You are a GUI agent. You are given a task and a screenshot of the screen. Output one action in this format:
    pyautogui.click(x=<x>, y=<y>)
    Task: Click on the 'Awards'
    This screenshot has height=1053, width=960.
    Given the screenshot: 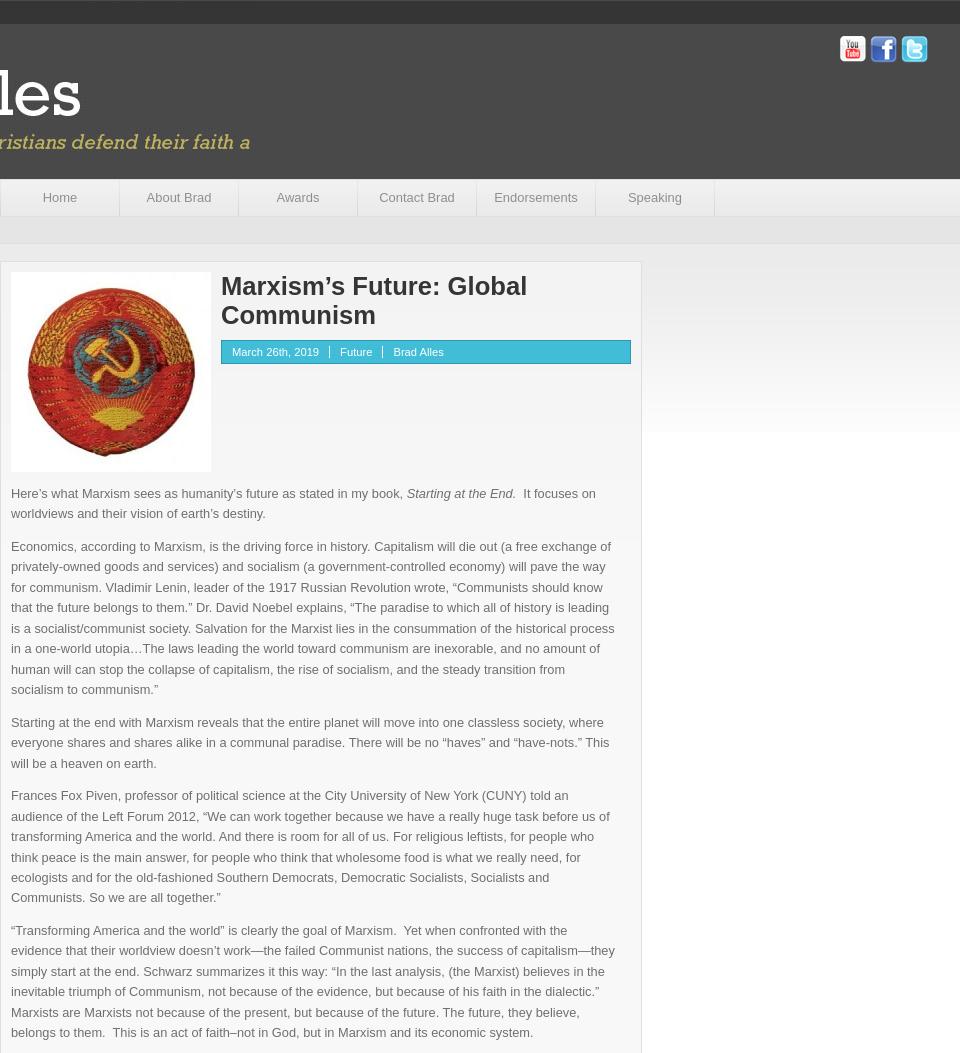 What is the action you would take?
    pyautogui.click(x=296, y=197)
    